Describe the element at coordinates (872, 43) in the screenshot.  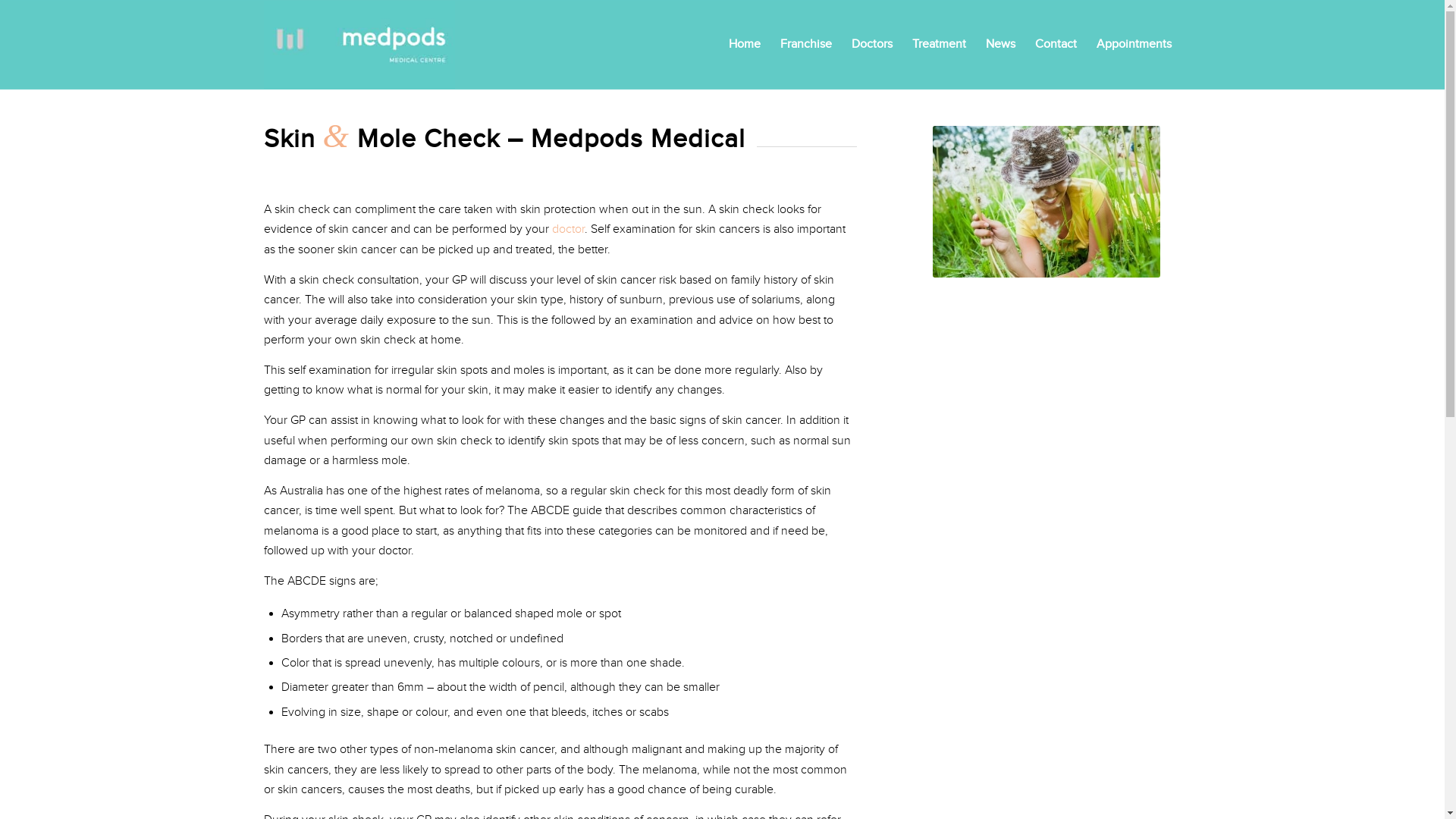
I see `'Doctors'` at that location.